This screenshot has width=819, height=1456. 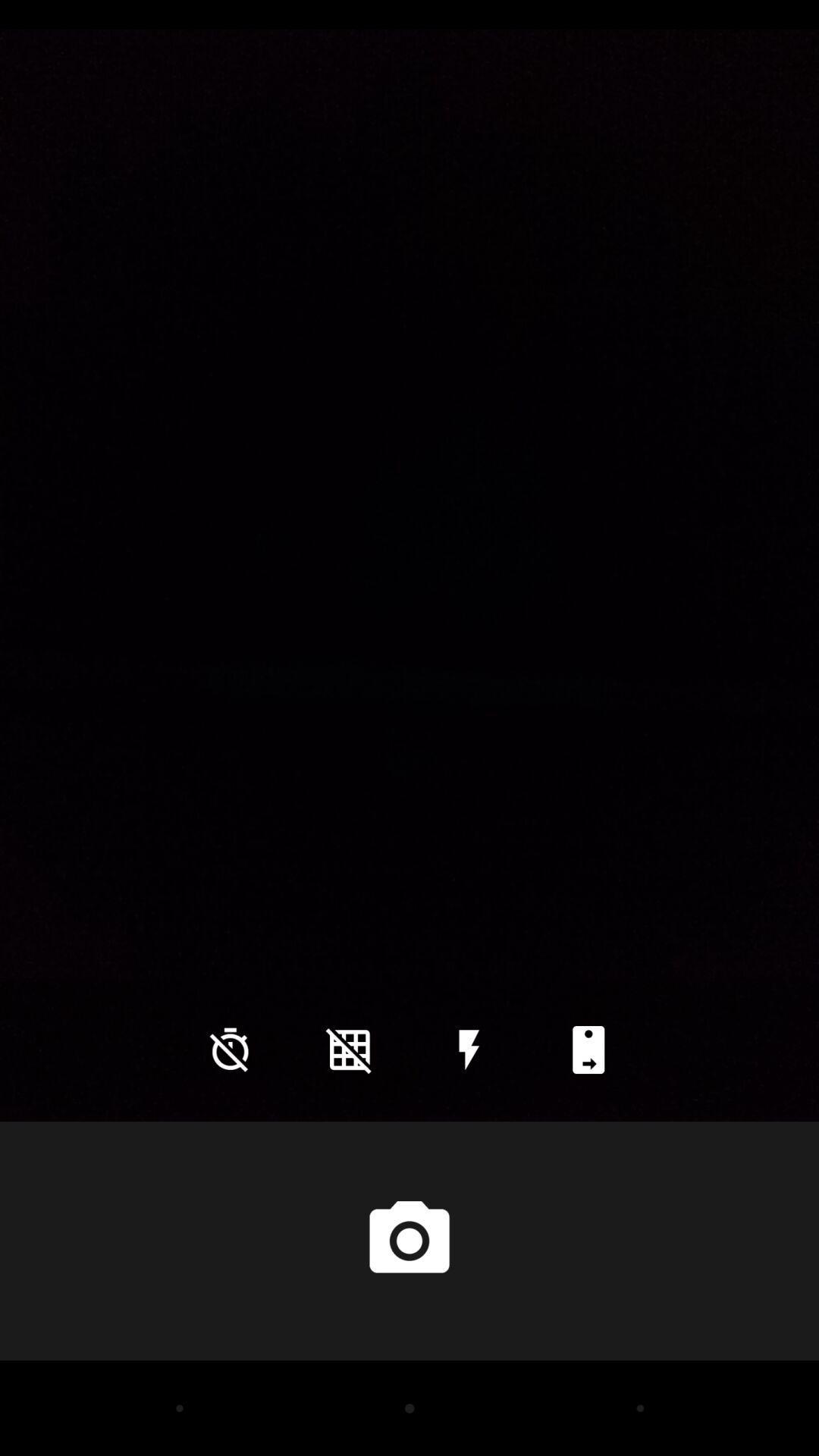 I want to click on the flash icon, so click(x=468, y=1049).